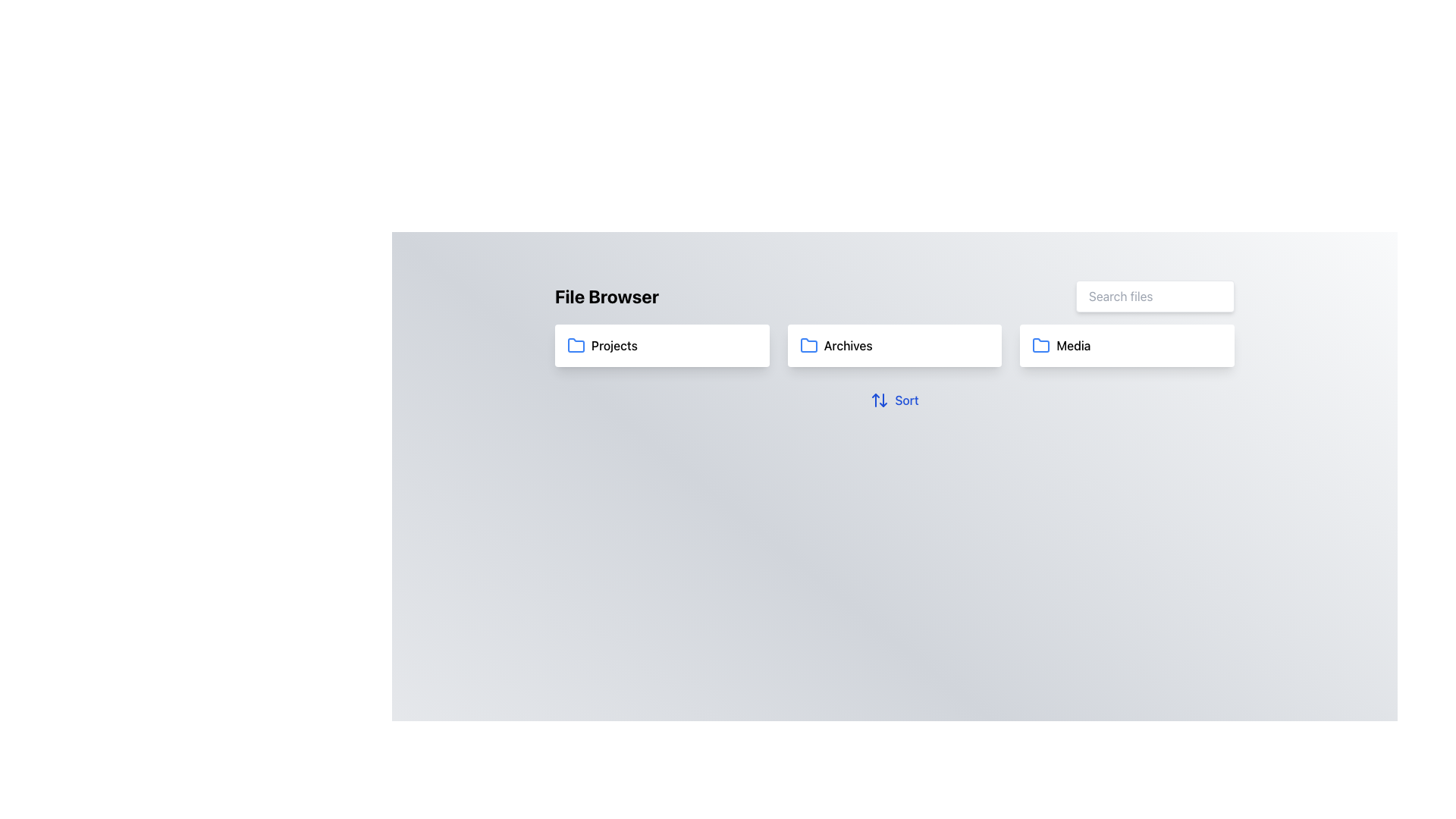  What do you see at coordinates (808, 345) in the screenshot?
I see `the 'Archives' folder icon, which is the second icon from the left in the file browser interface` at bounding box center [808, 345].